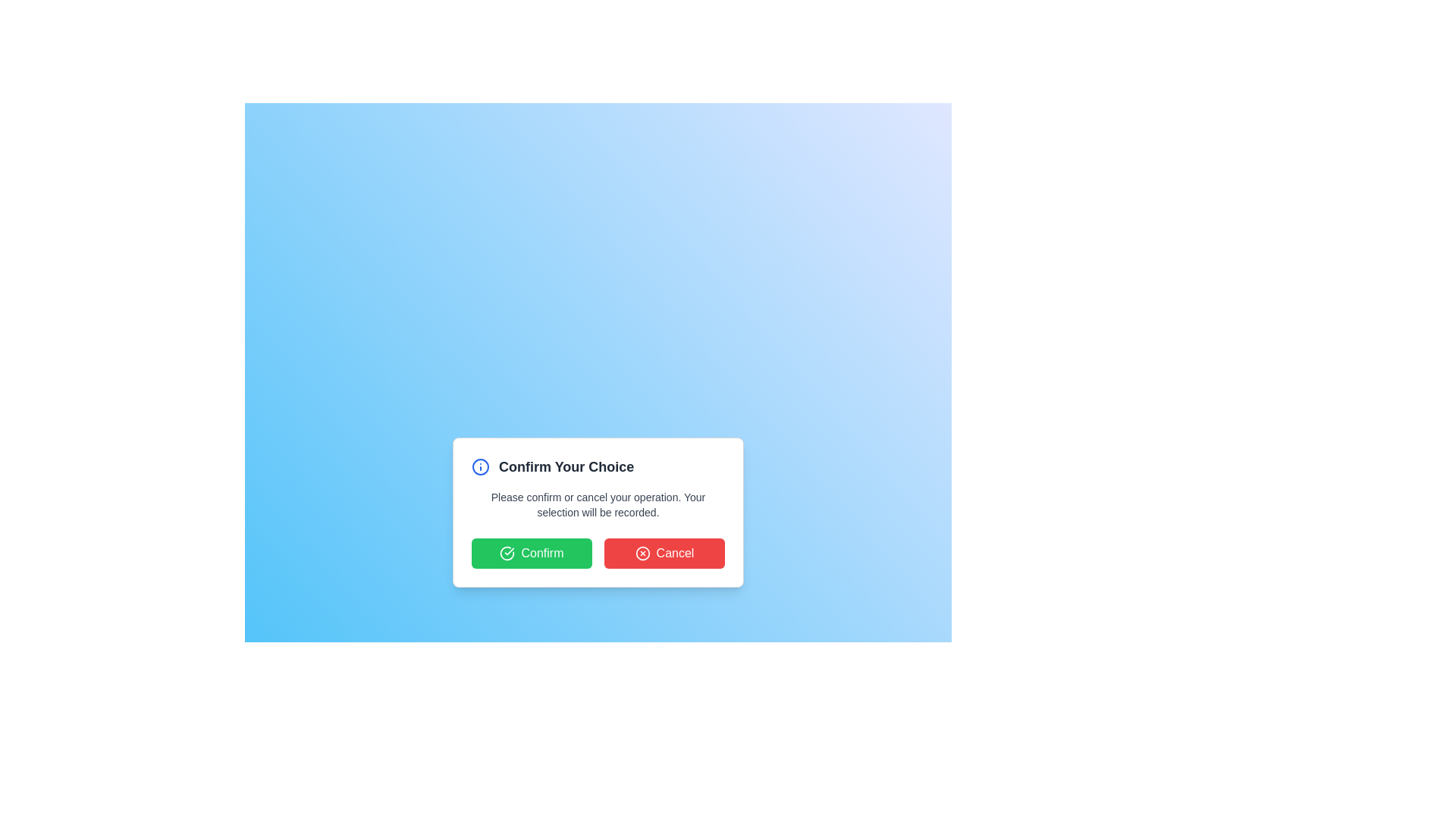 This screenshot has width=1456, height=819. What do you see at coordinates (479, 466) in the screenshot?
I see `the informational icon located to the left of the header text 'Confirm Your Choice' in the modal dialog box to access more details` at bounding box center [479, 466].